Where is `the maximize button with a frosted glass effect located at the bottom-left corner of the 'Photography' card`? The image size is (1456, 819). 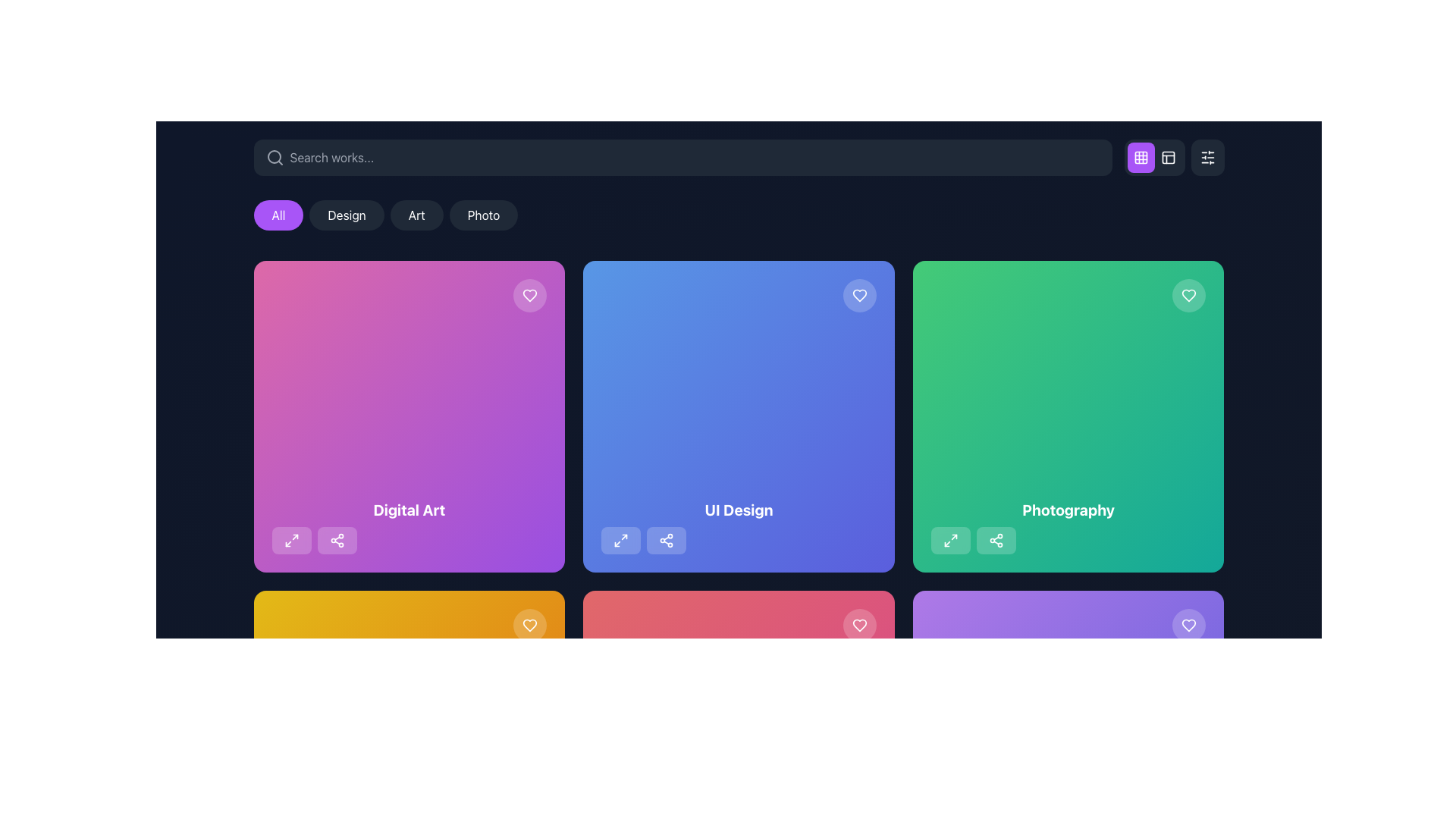 the maximize button with a frosted glass effect located at the bottom-left corner of the 'Photography' card is located at coordinates (949, 539).